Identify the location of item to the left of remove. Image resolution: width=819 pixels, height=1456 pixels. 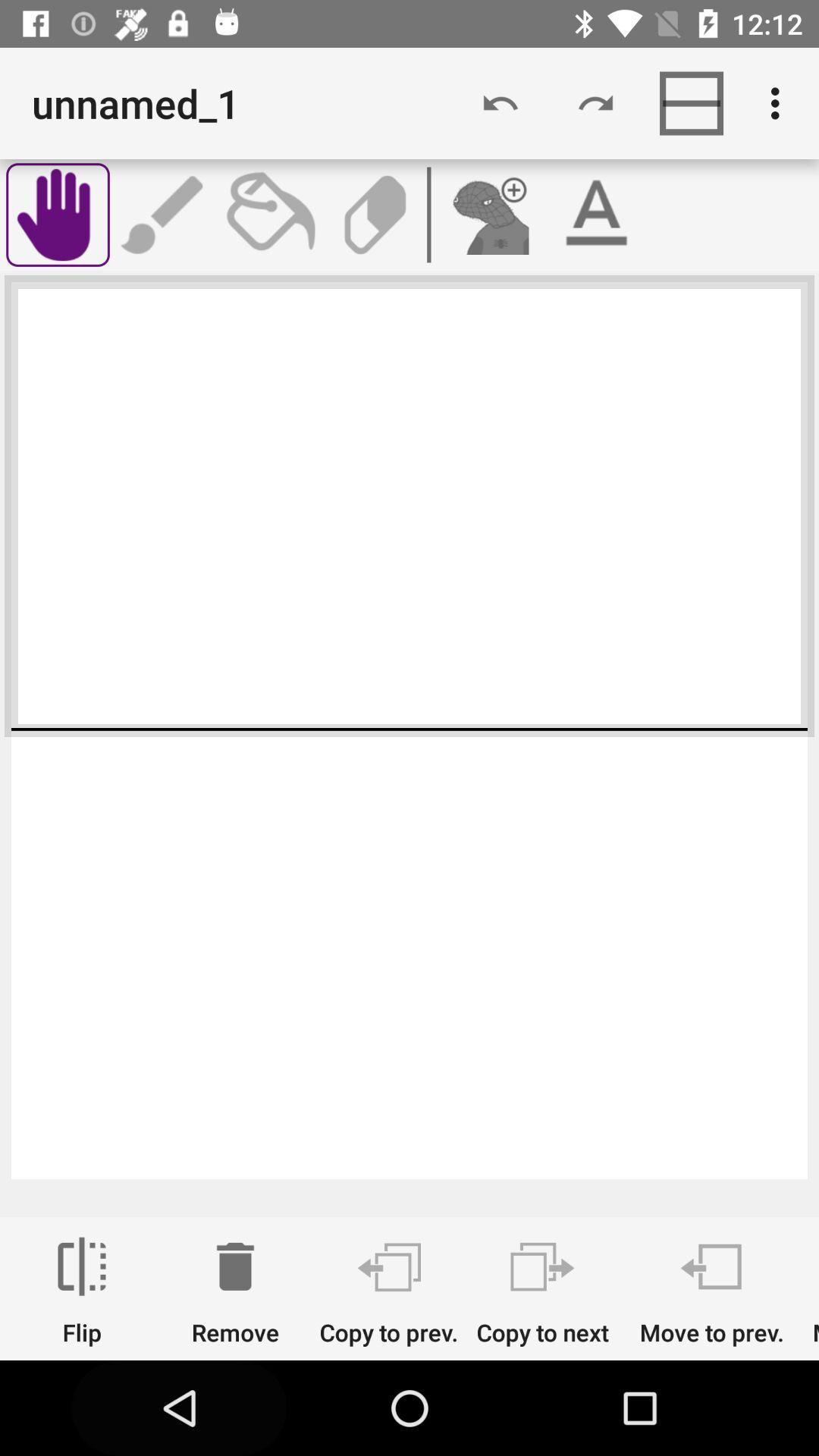
(82, 1291).